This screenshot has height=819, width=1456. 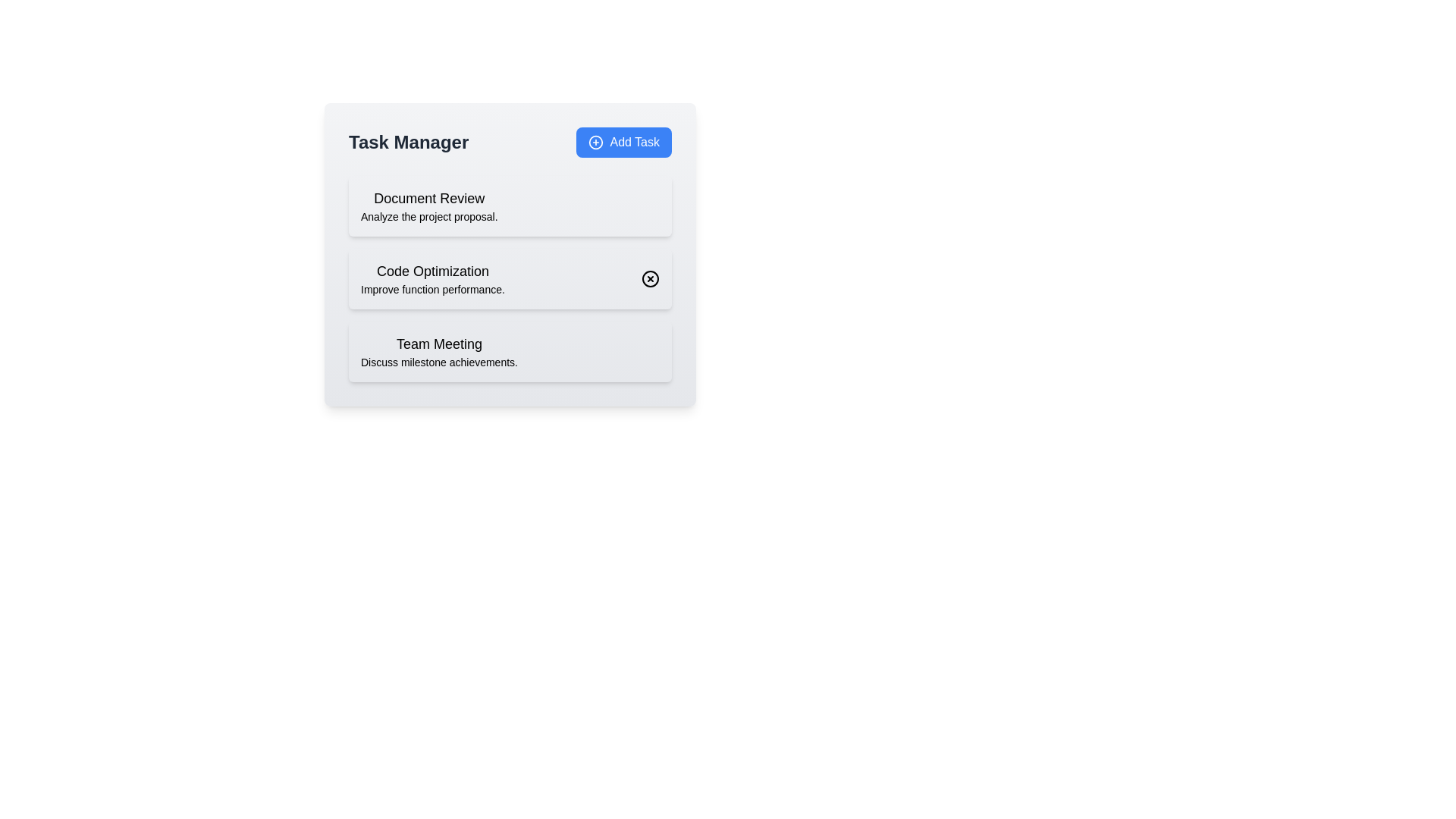 What do you see at coordinates (624, 143) in the screenshot?
I see `'Add Task' button to add a new task` at bounding box center [624, 143].